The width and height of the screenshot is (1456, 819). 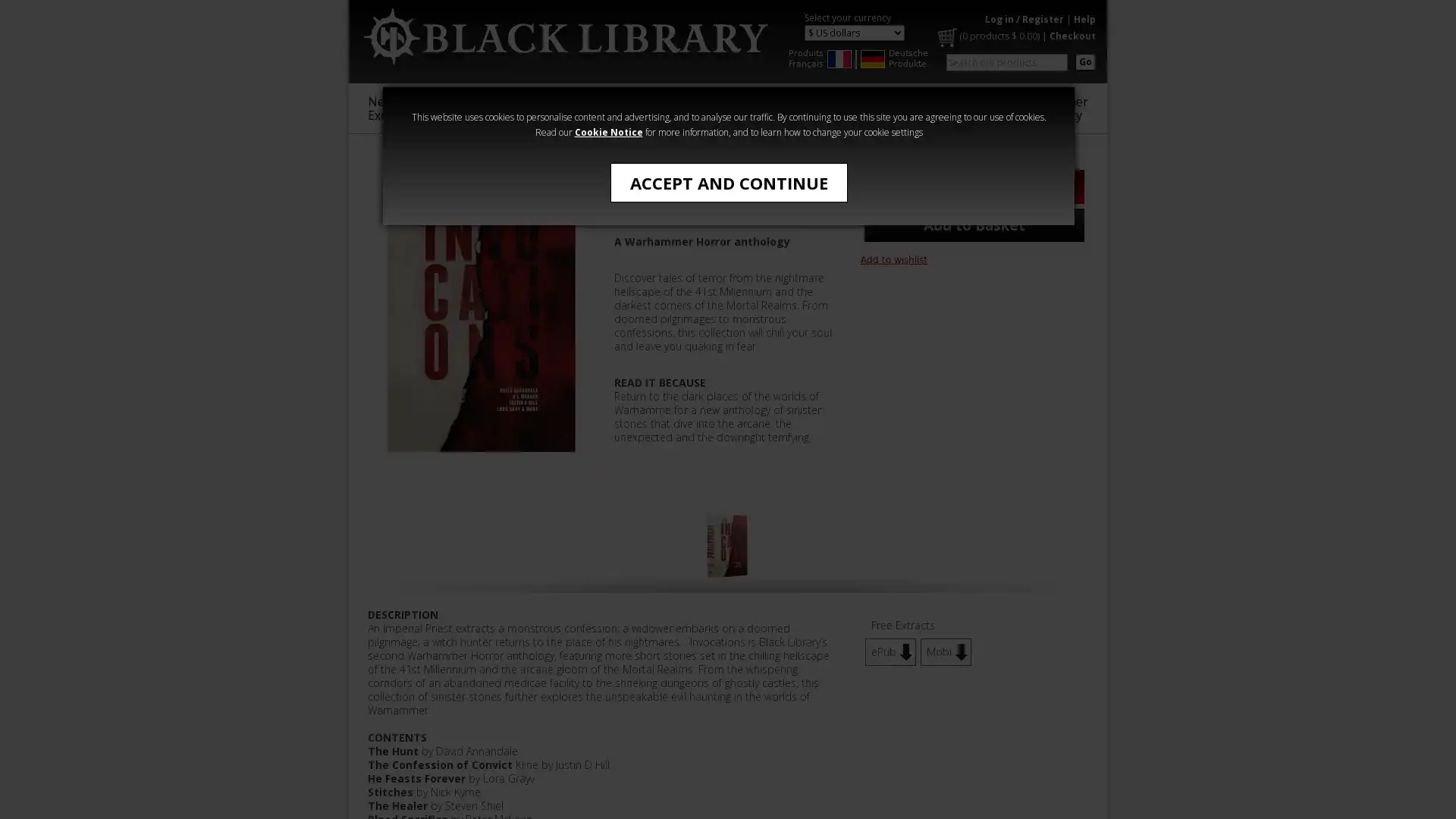 What do you see at coordinates (974, 225) in the screenshot?
I see `Add to Basket` at bounding box center [974, 225].